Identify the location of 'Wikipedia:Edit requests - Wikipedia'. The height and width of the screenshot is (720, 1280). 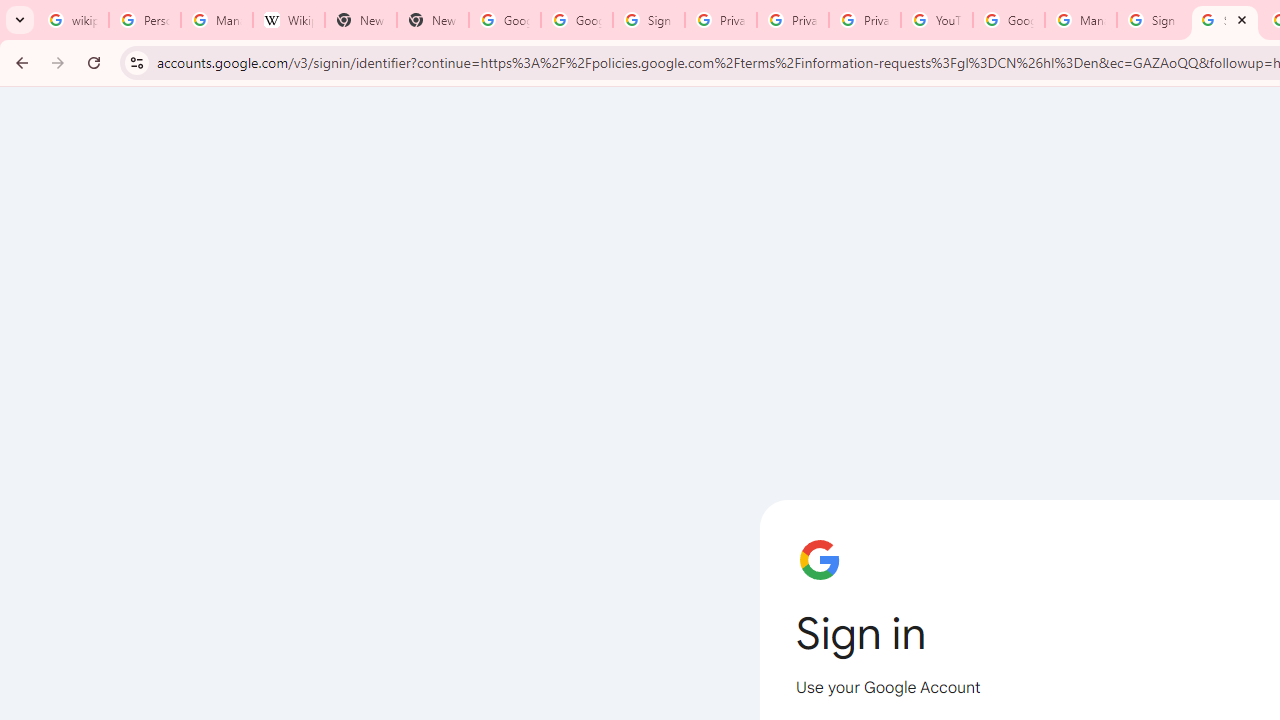
(288, 20).